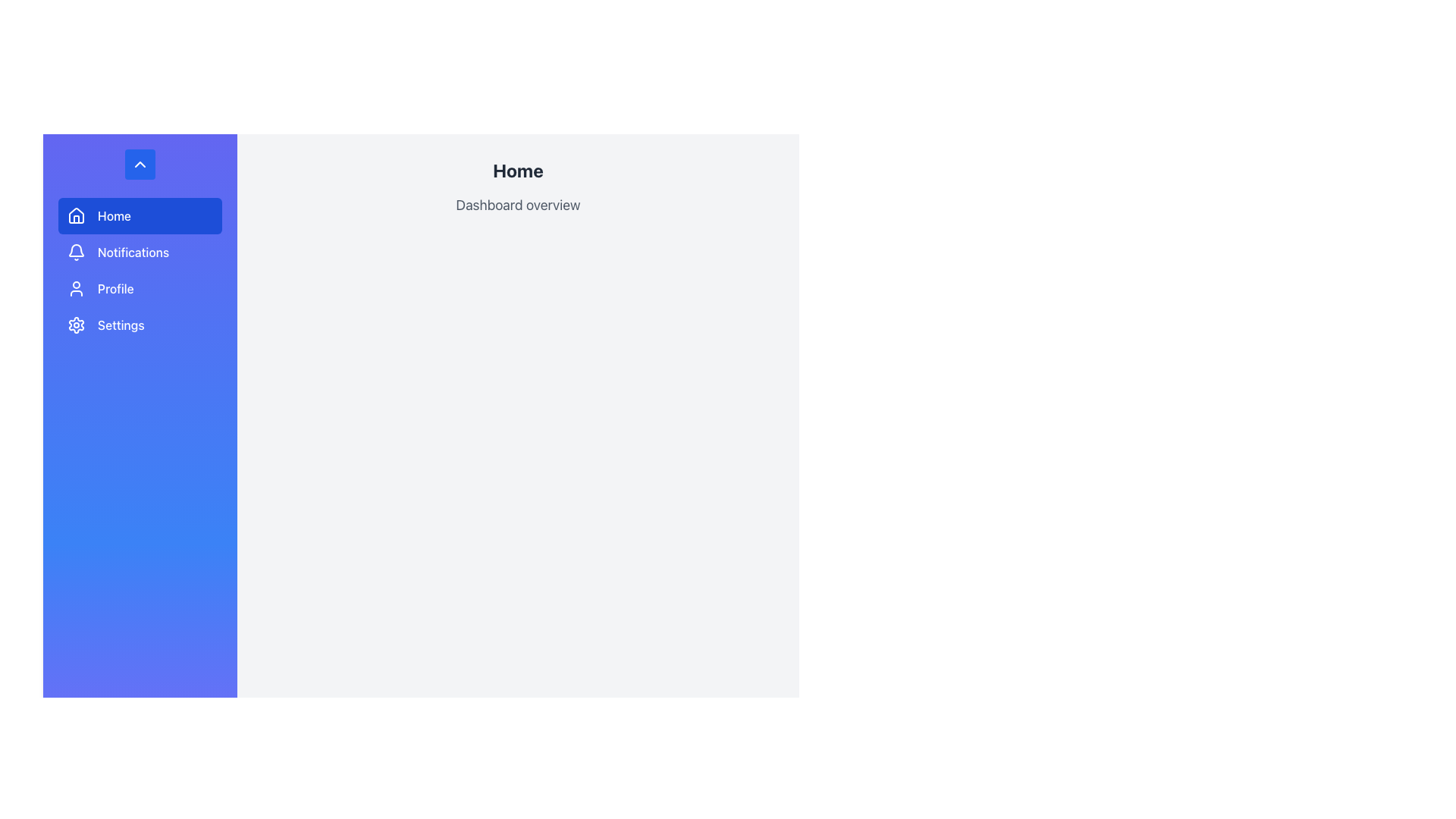 Image resolution: width=1456 pixels, height=819 pixels. Describe the element at coordinates (133, 251) in the screenshot. I see `the 'Notifications' text label in the vertical sidebar menu, which is aligned with its corresponding notification icon and positioned below the 'Home' menu item` at that location.